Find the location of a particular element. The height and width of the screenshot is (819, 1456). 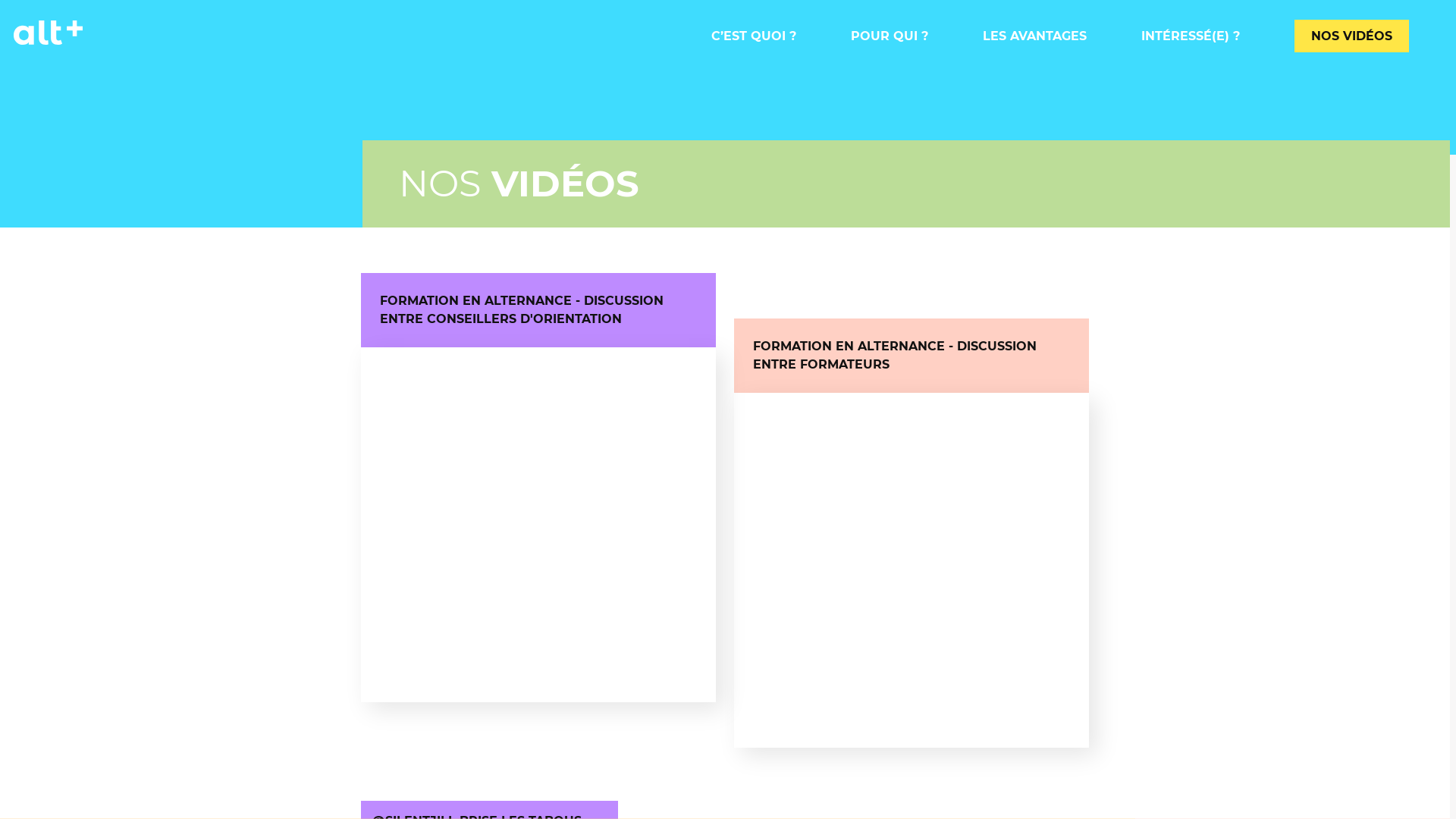

'POUR QUI ?' is located at coordinates (889, 35).